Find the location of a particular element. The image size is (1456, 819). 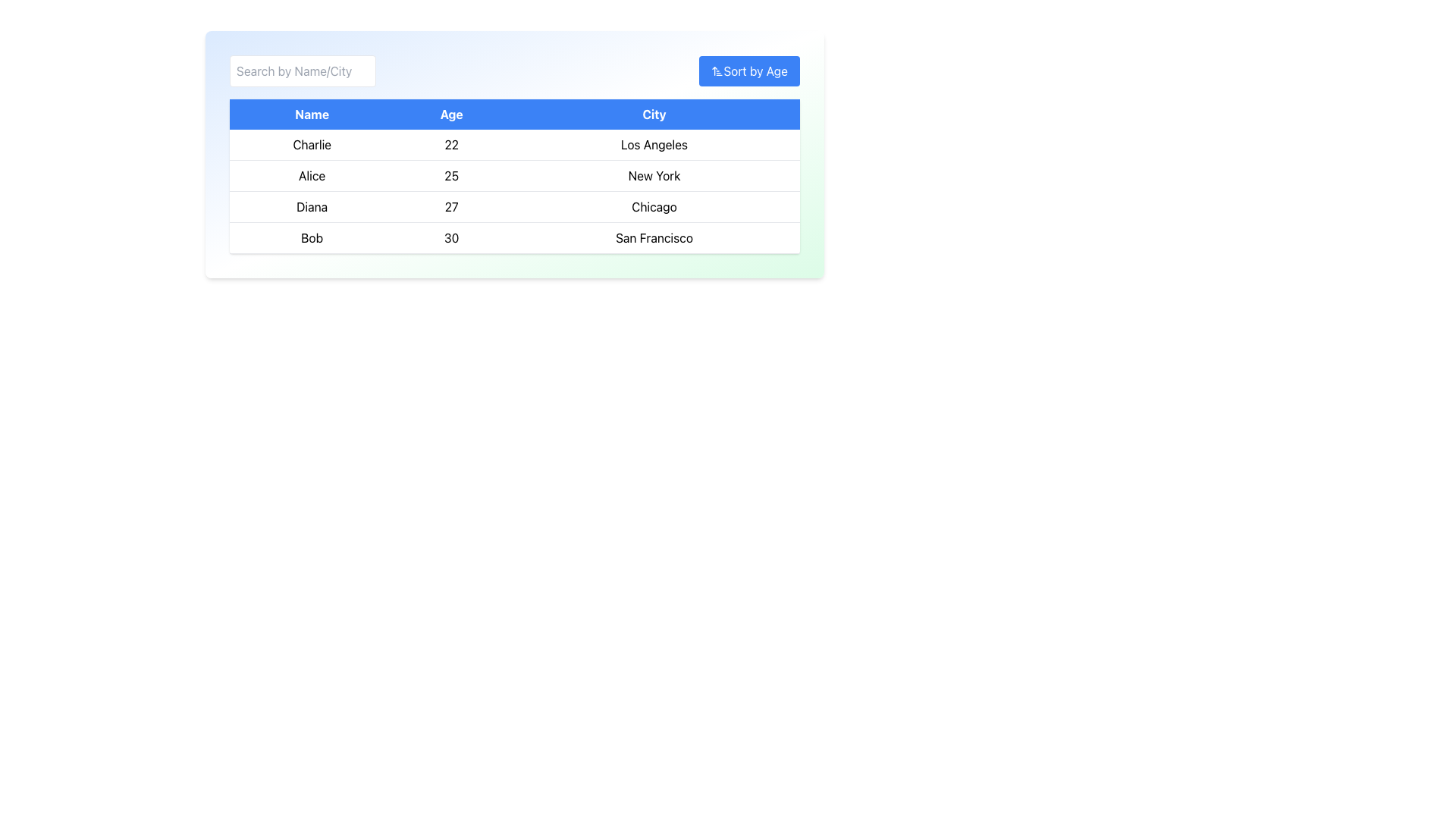

the text 'Alice' located in the first cell of the second row under the 'Name' column in a table is located at coordinates (311, 174).